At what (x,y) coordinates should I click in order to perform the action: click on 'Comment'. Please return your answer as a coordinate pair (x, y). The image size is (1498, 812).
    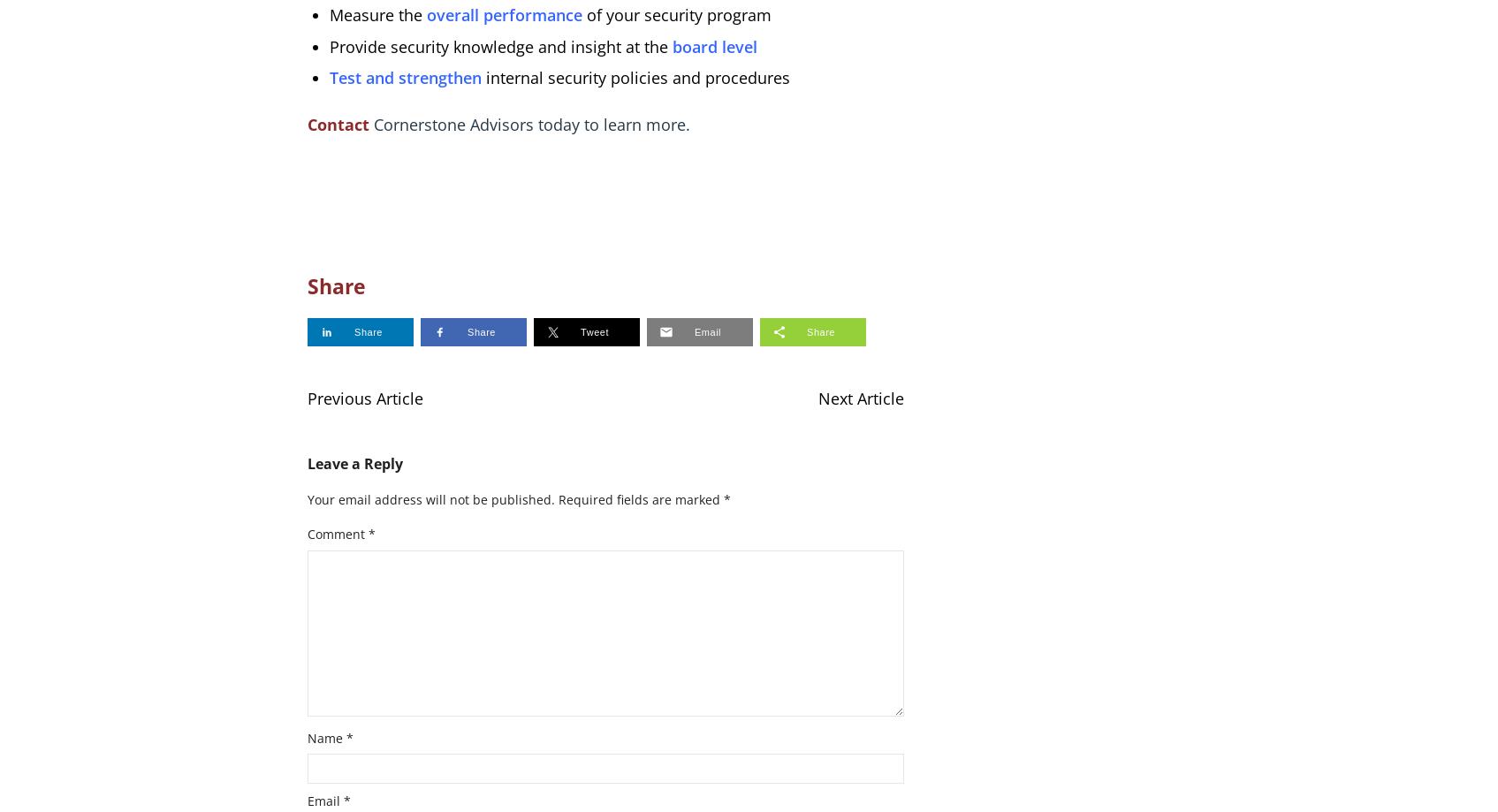
    Looking at the image, I should click on (336, 533).